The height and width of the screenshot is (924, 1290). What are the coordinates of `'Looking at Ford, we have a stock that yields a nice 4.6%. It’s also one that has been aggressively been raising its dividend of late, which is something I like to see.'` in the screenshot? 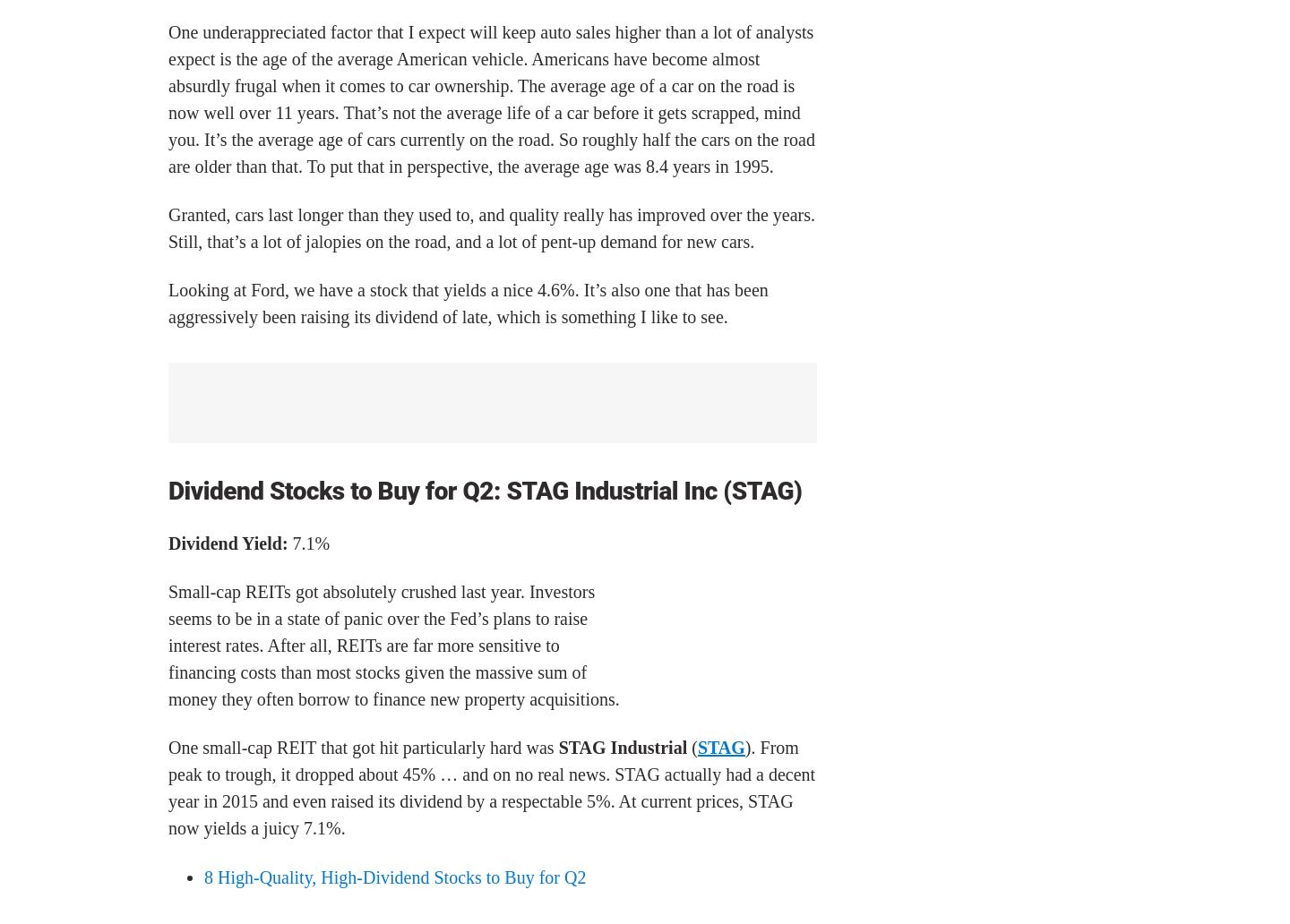 It's located at (168, 304).